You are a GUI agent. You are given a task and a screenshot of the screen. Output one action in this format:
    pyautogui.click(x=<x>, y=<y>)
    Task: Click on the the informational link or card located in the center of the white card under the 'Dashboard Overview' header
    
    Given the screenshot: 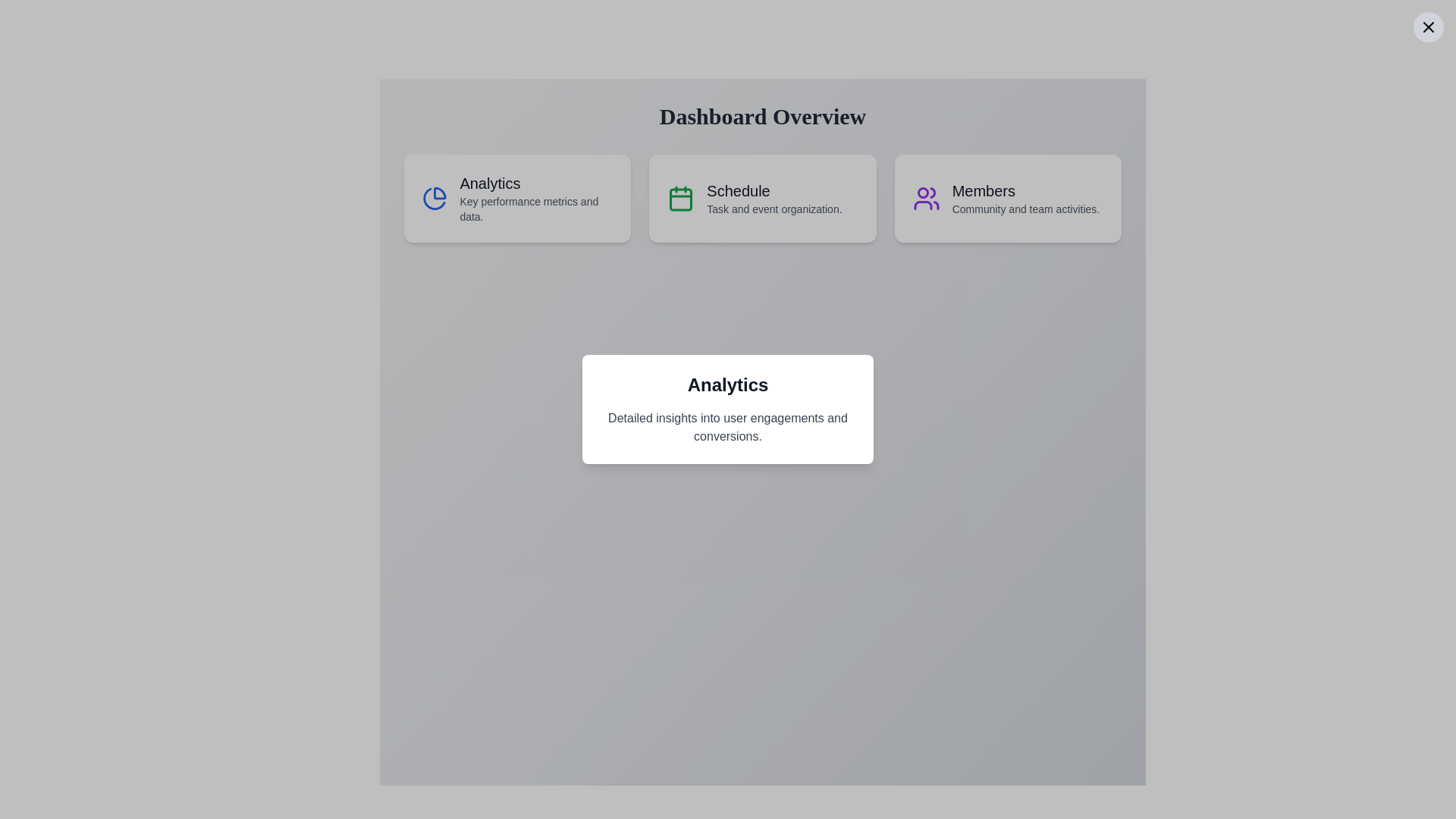 What is the action you would take?
    pyautogui.click(x=763, y=198)
    